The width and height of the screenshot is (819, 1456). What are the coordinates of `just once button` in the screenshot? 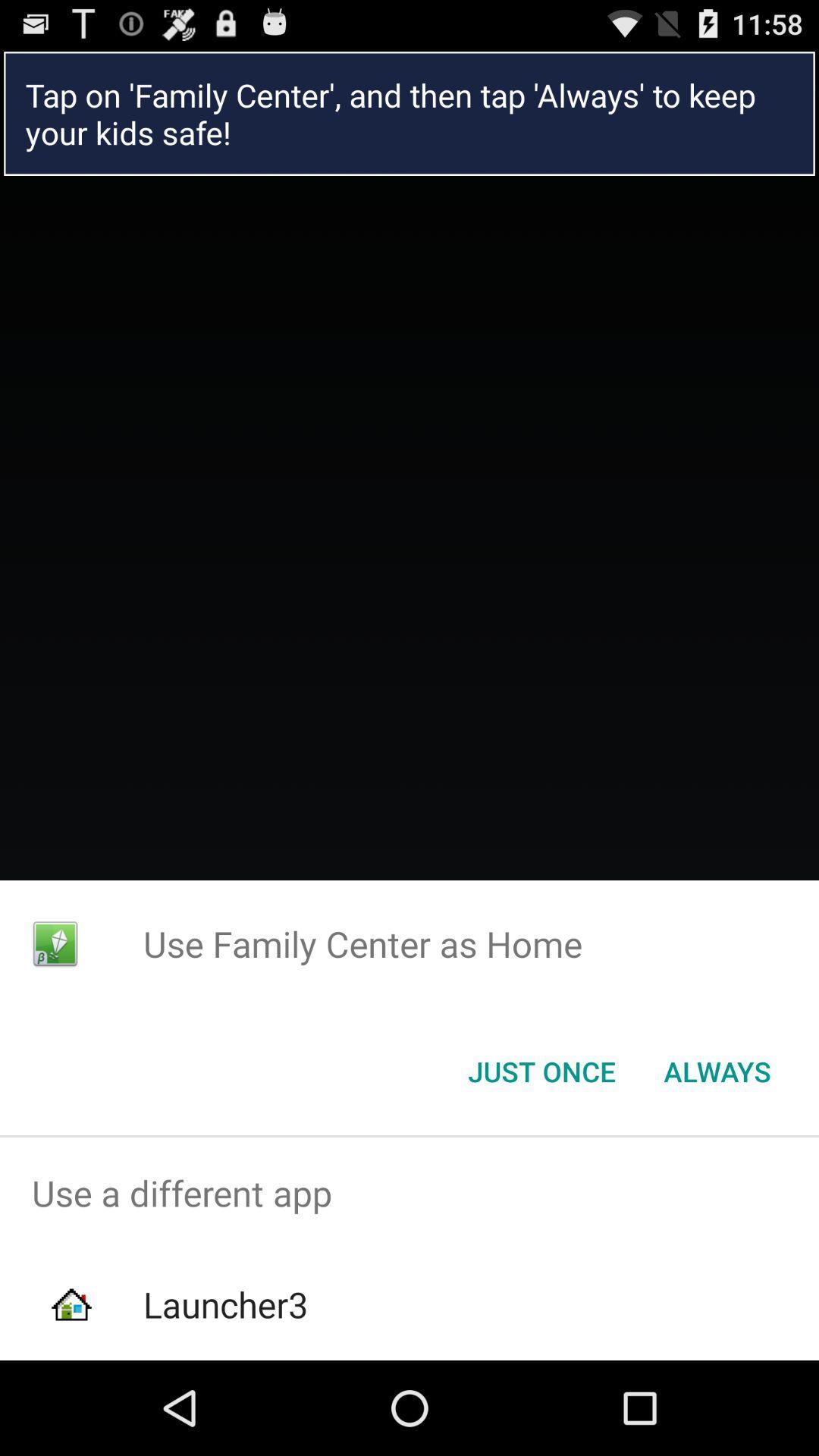 It's located at (541, 1070).